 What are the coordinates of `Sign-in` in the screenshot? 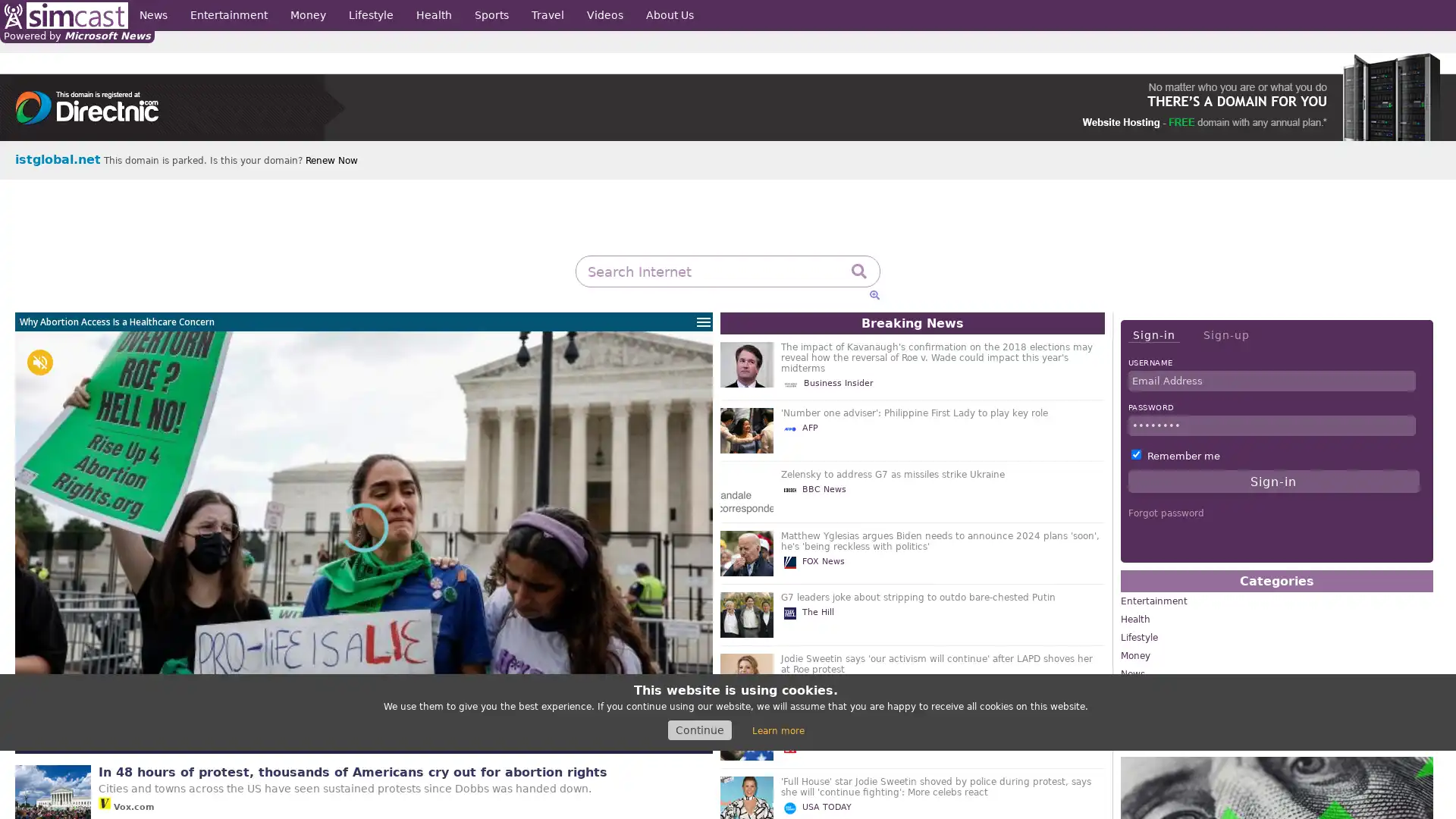 It's located at (1153, 334).